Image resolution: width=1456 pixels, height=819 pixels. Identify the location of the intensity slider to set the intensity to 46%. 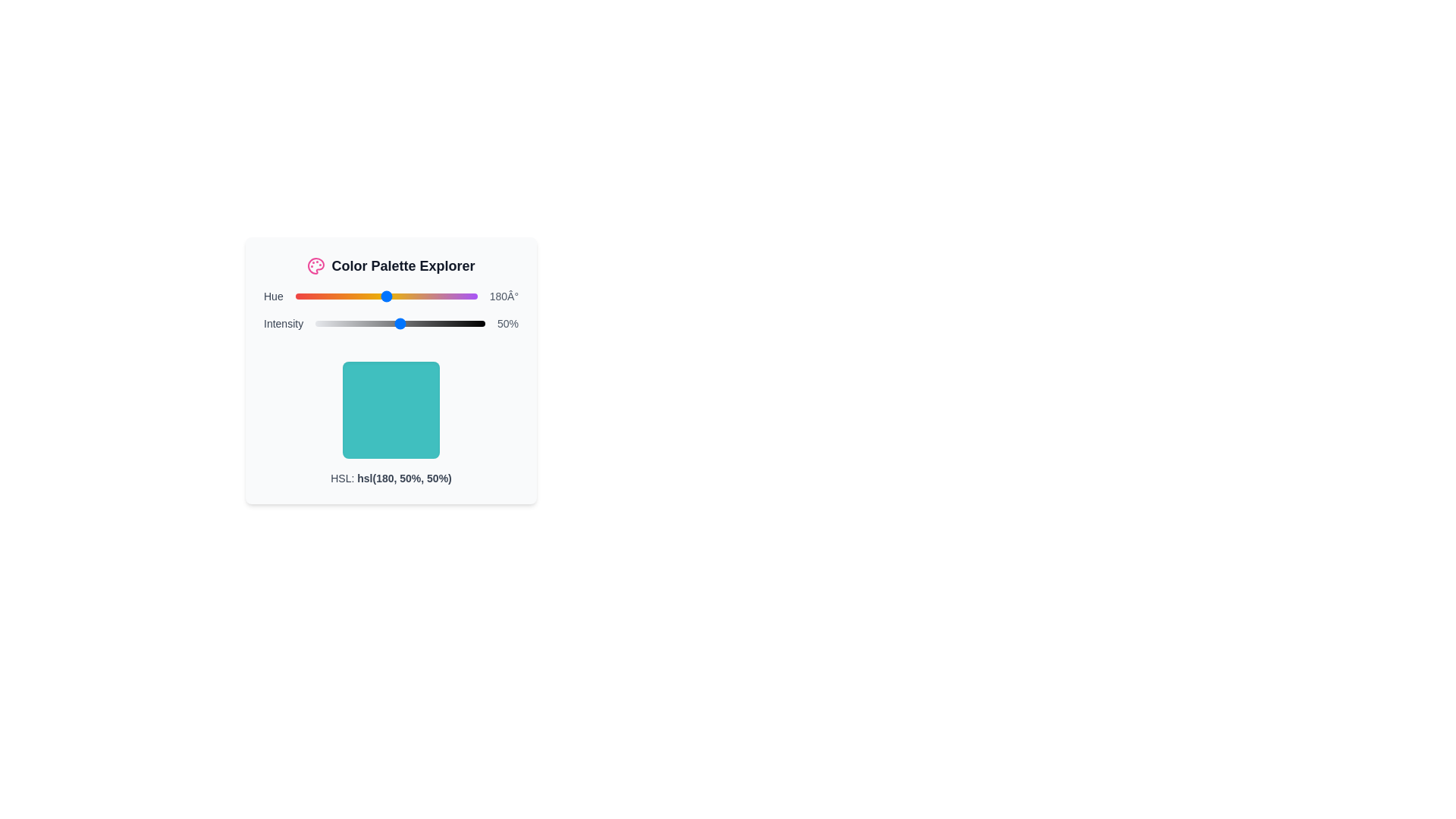
(393, 323).